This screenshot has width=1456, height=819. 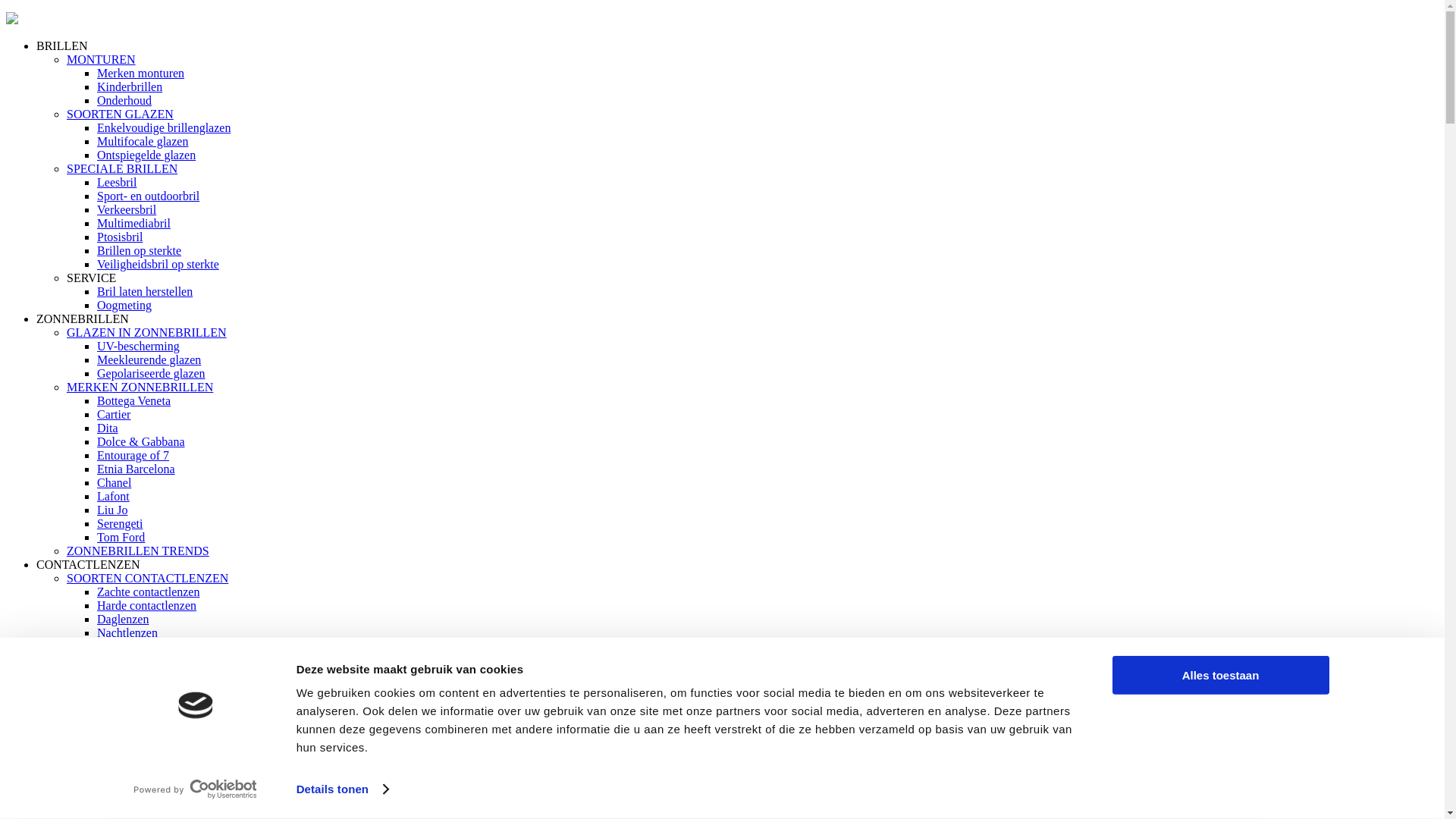 What do you see at coordinates (96, 496) in the screenshot?
I see `'Lafont'` at bounding box center [96, 496].